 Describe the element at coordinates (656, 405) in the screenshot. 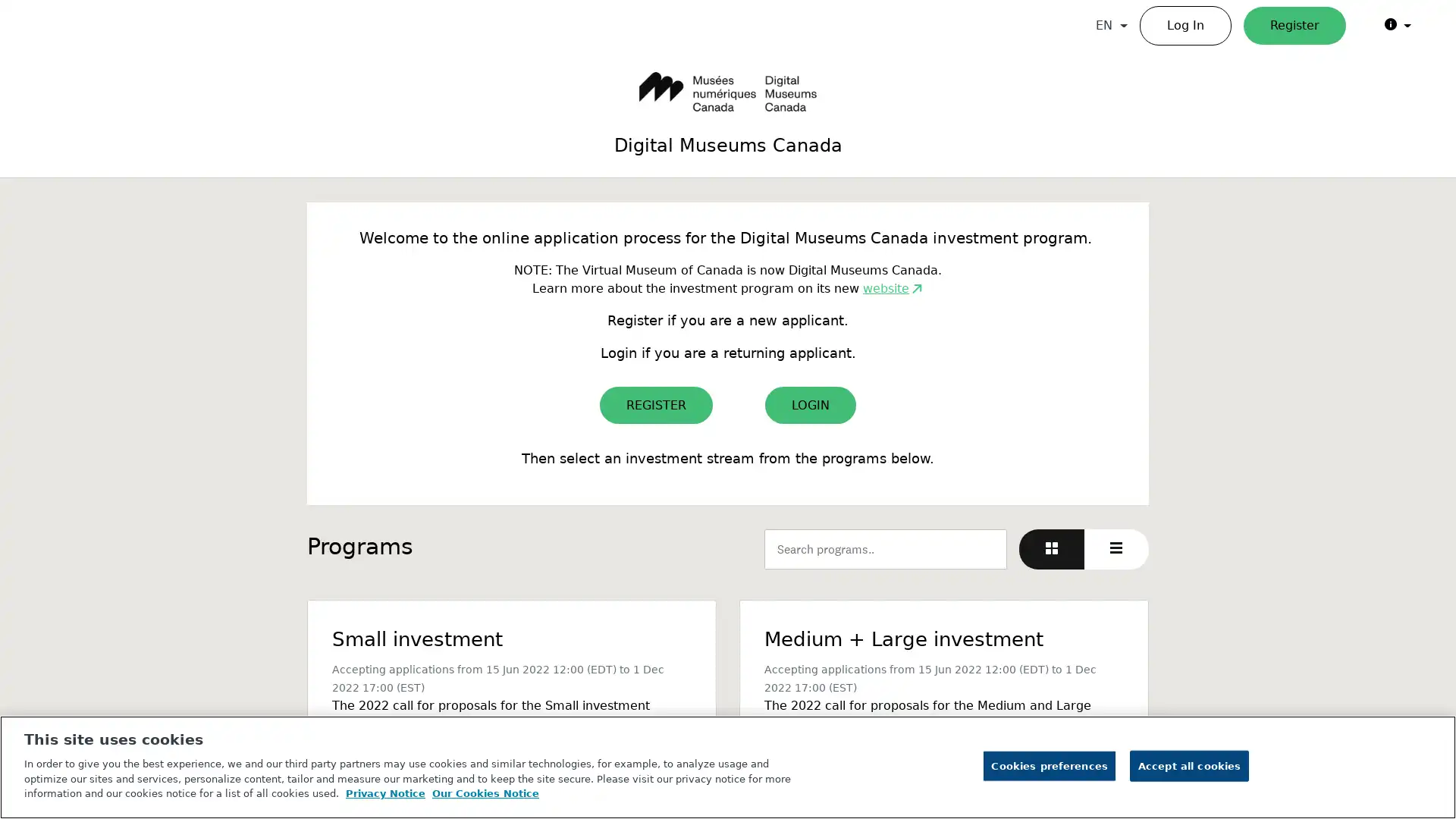

I see `REGISTER` at that location.